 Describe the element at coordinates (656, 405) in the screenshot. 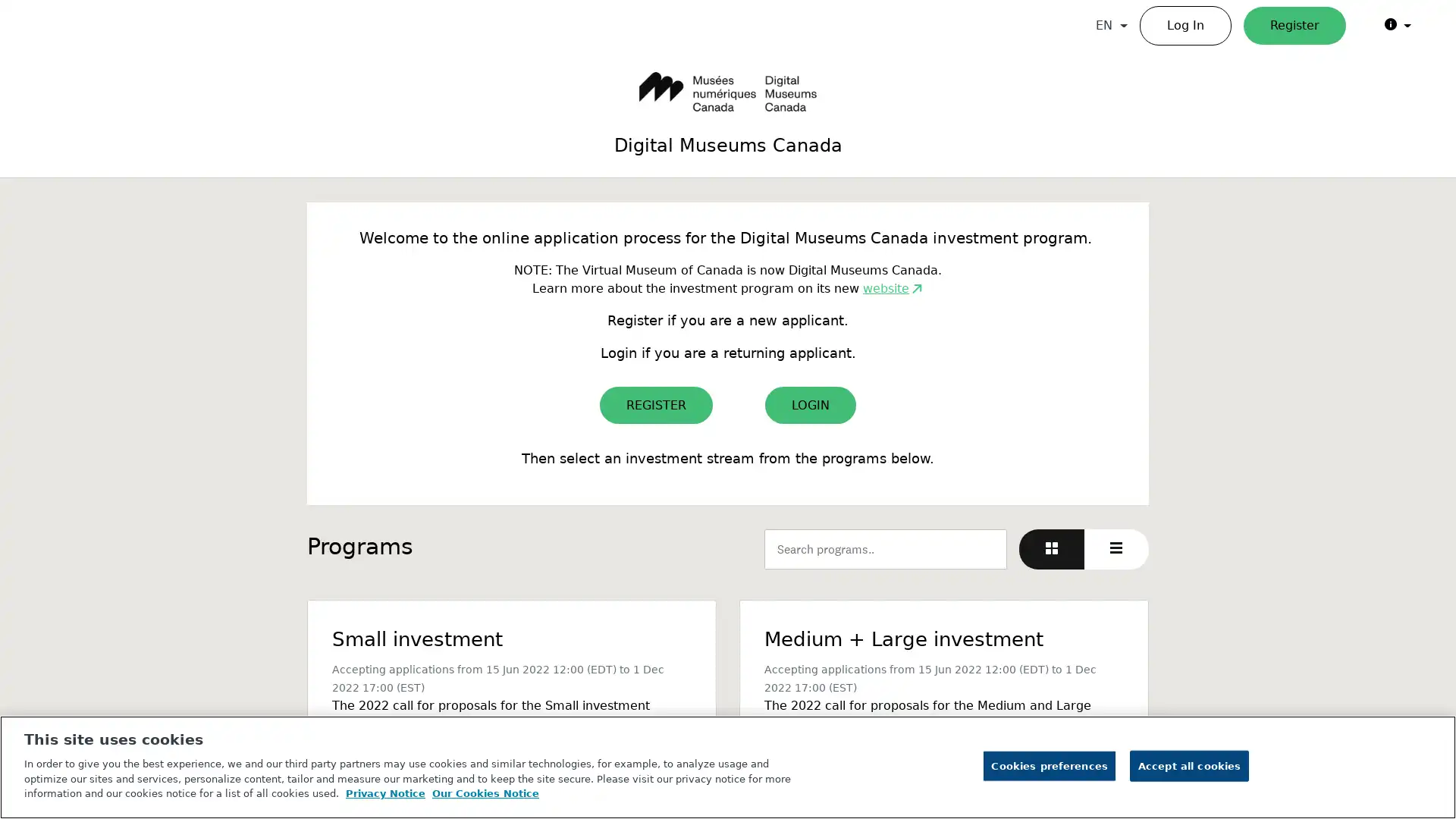

I see `REGISTER` at that location.